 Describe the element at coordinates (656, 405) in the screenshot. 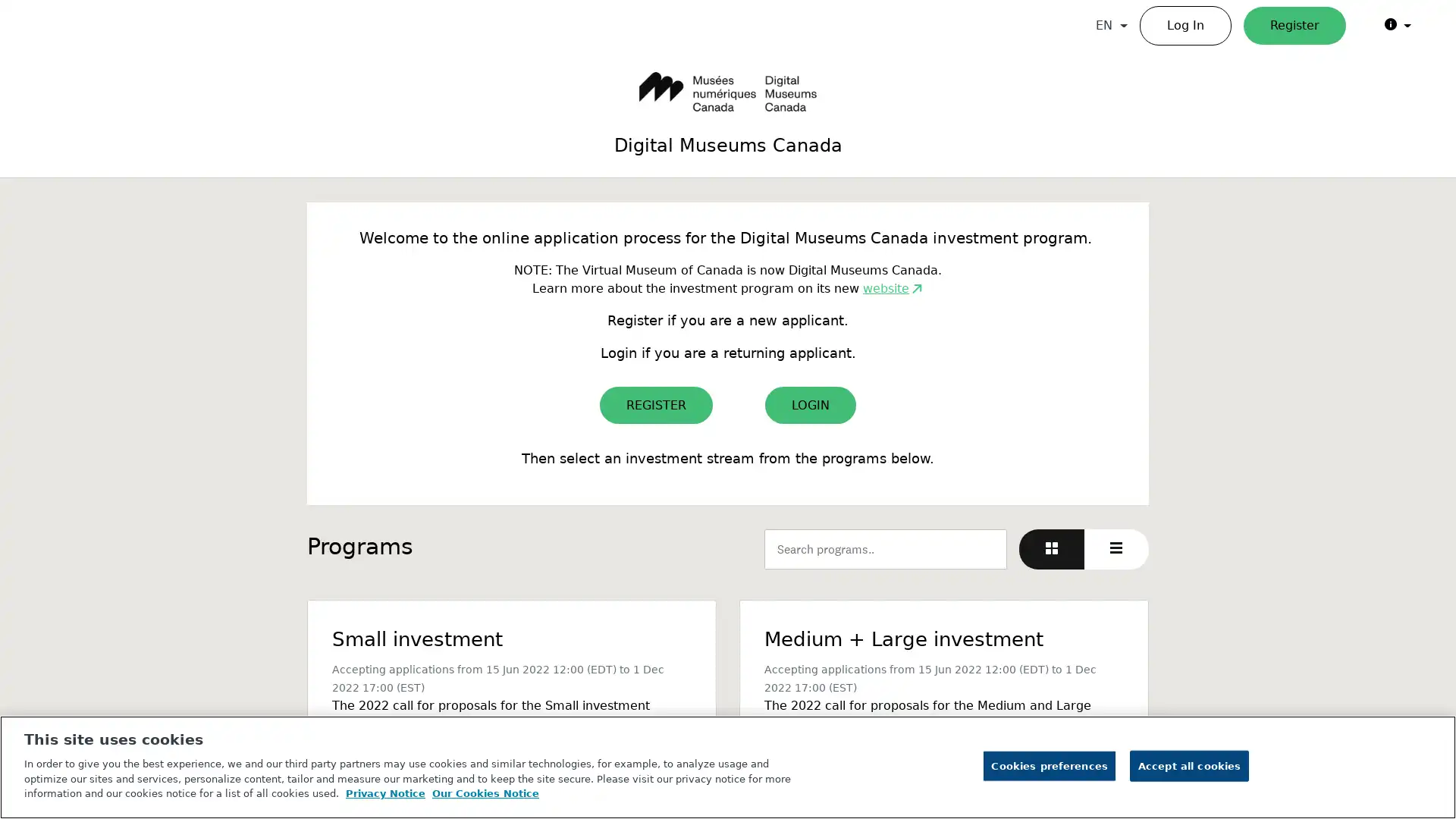

I see `REGISTER` at that location.